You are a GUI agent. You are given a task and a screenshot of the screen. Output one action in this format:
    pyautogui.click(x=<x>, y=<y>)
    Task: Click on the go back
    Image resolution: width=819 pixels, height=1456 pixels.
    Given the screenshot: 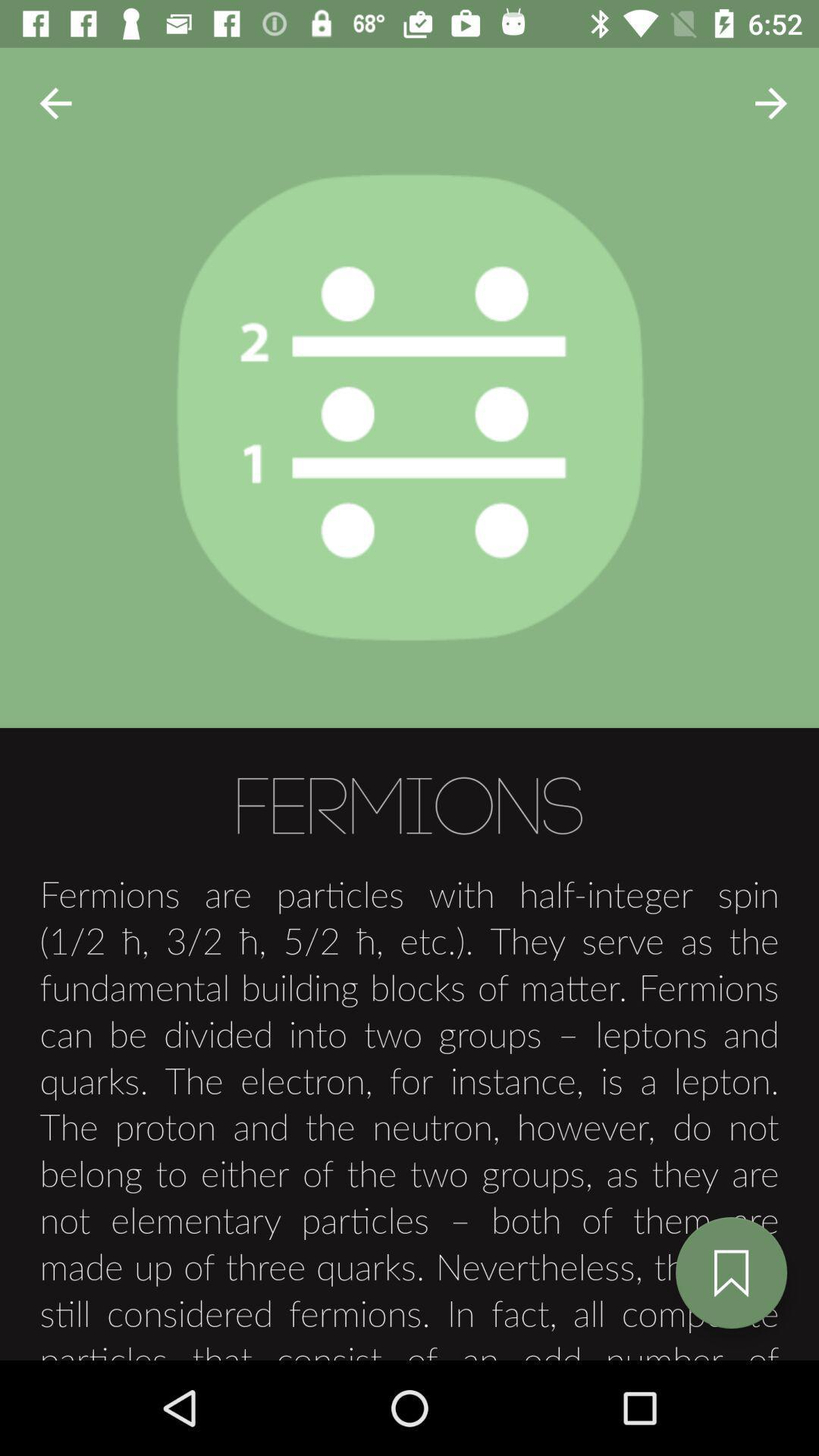 What is the action you would take?
    pyautogui.click(x=55, y=102)
    